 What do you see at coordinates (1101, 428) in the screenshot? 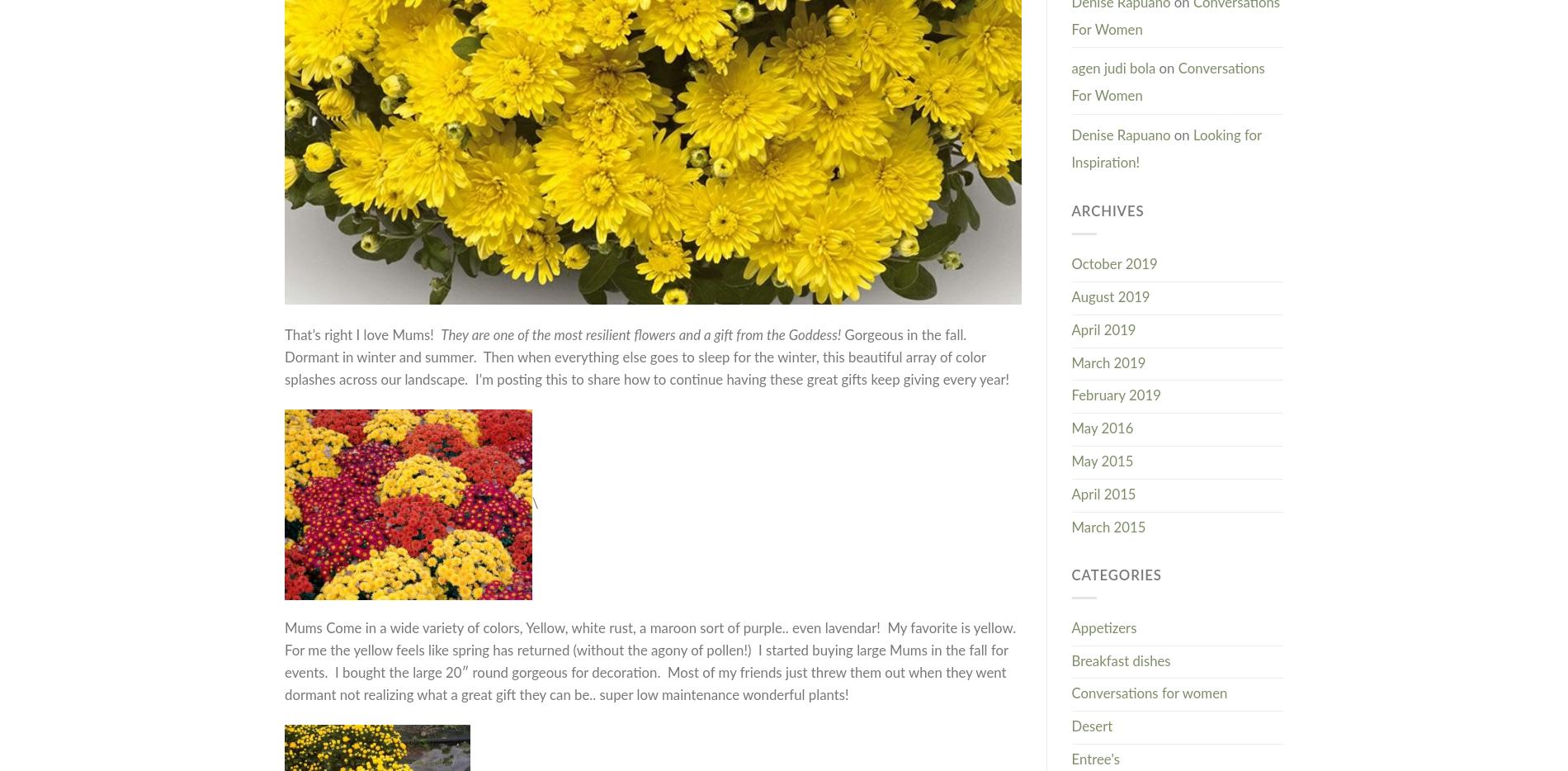
I see `'May 2016'` at bounding box center [1101, 428].